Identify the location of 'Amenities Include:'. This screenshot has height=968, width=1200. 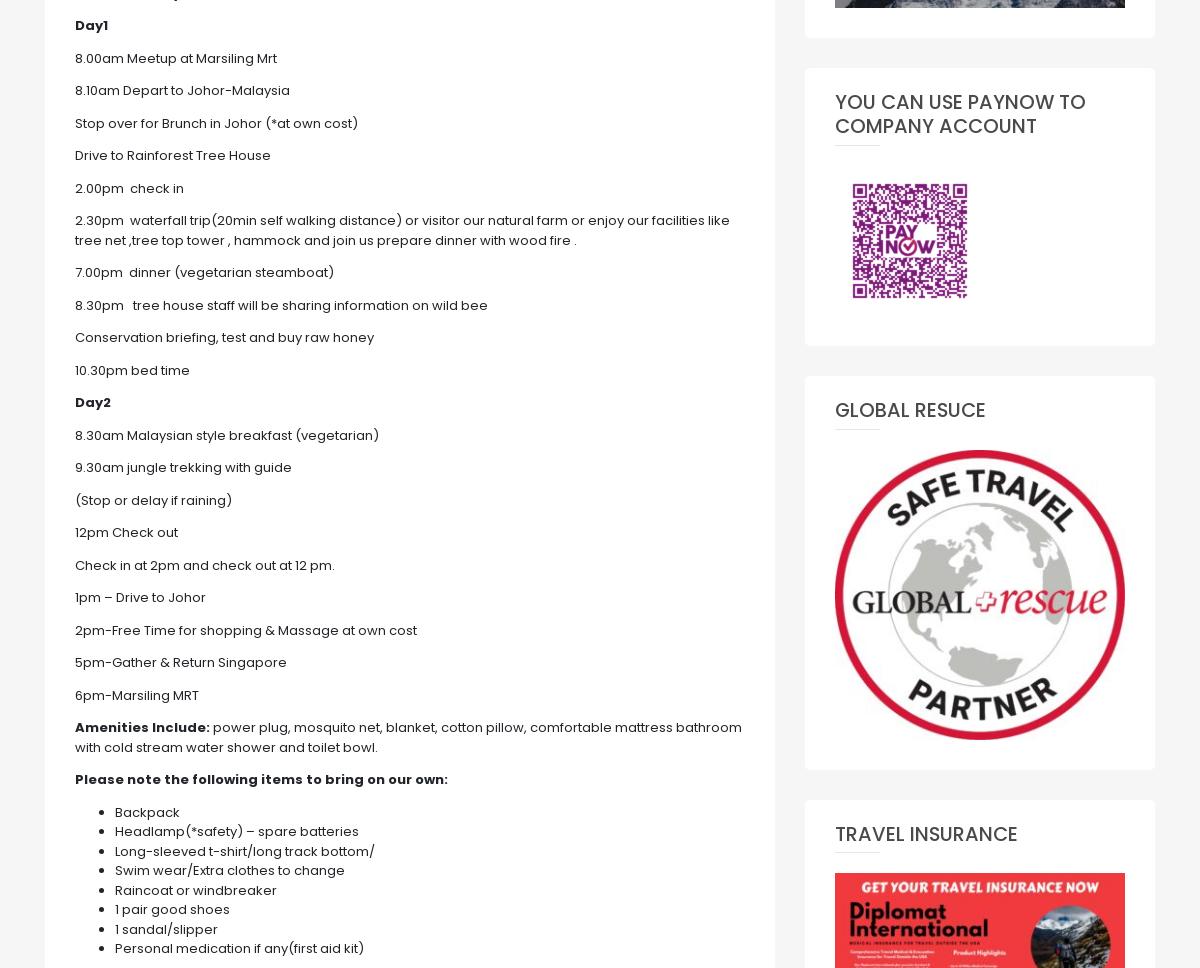
(142, 727).